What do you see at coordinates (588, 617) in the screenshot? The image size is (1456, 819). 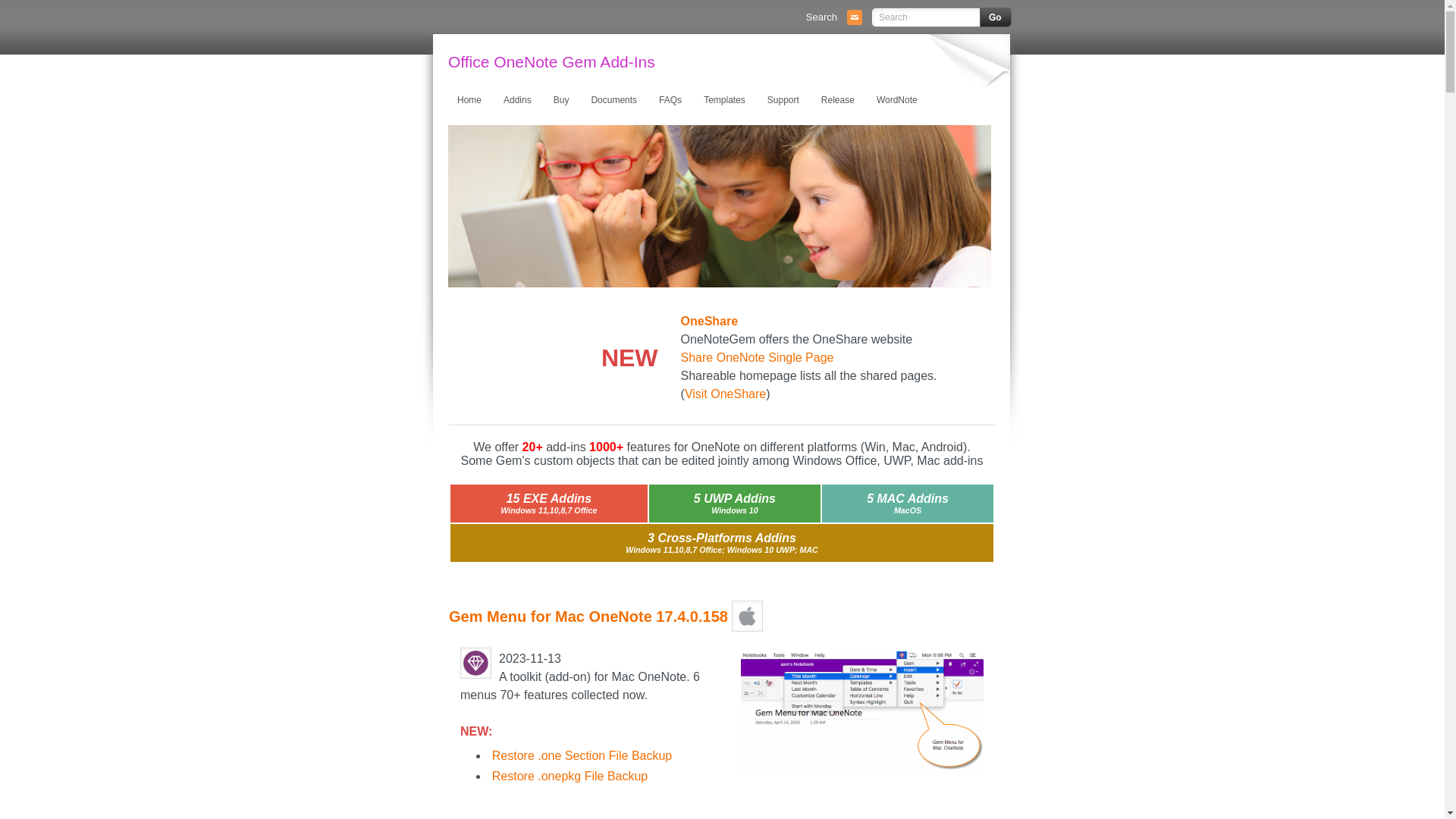 I see `'Gem Menu for Mac OneNote 17.4.0.158'` at bounding box center [588, 617].